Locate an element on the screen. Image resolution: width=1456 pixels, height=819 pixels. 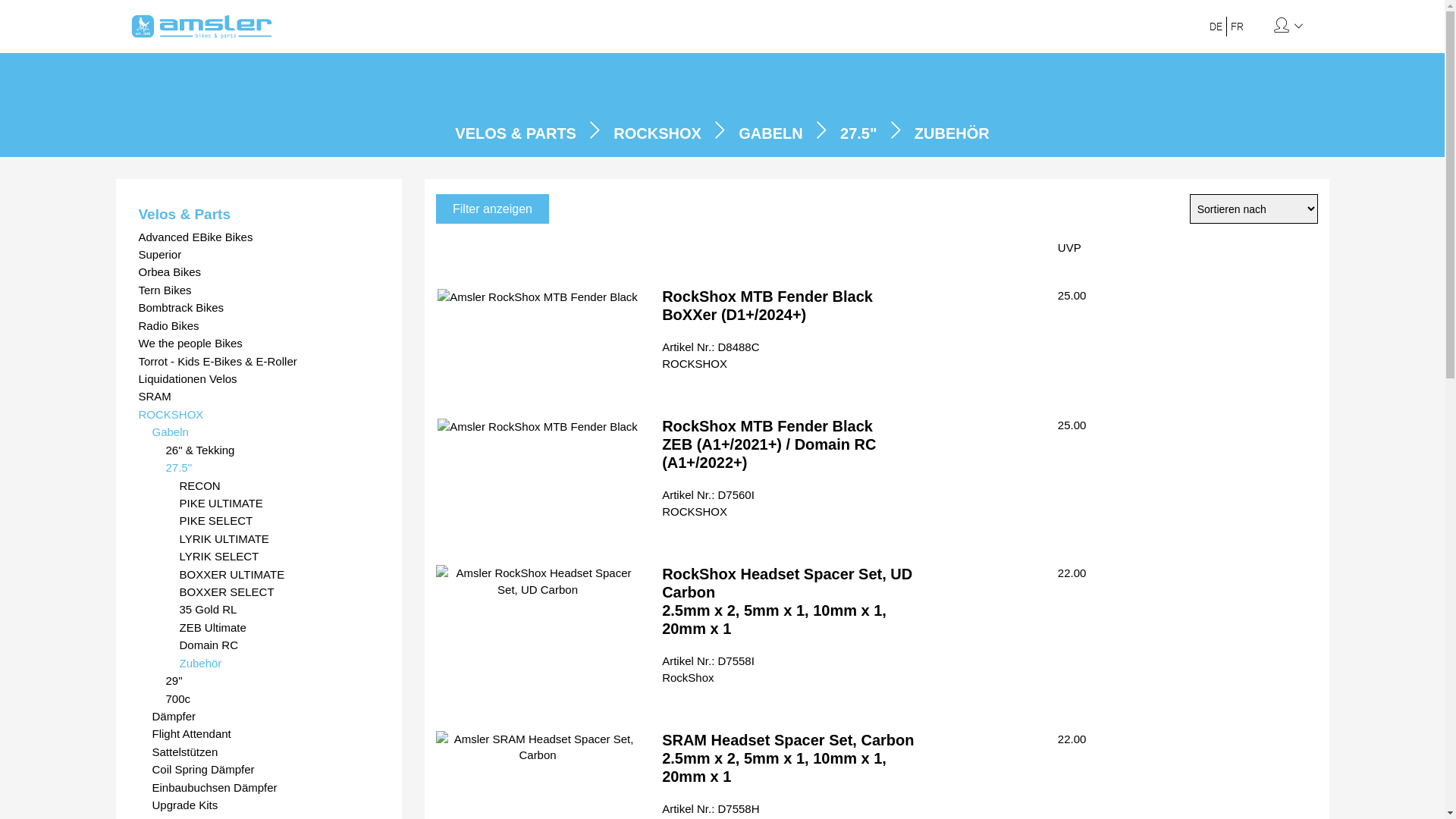
'VELOS & PARTS' is located at coordinates (516, 133).